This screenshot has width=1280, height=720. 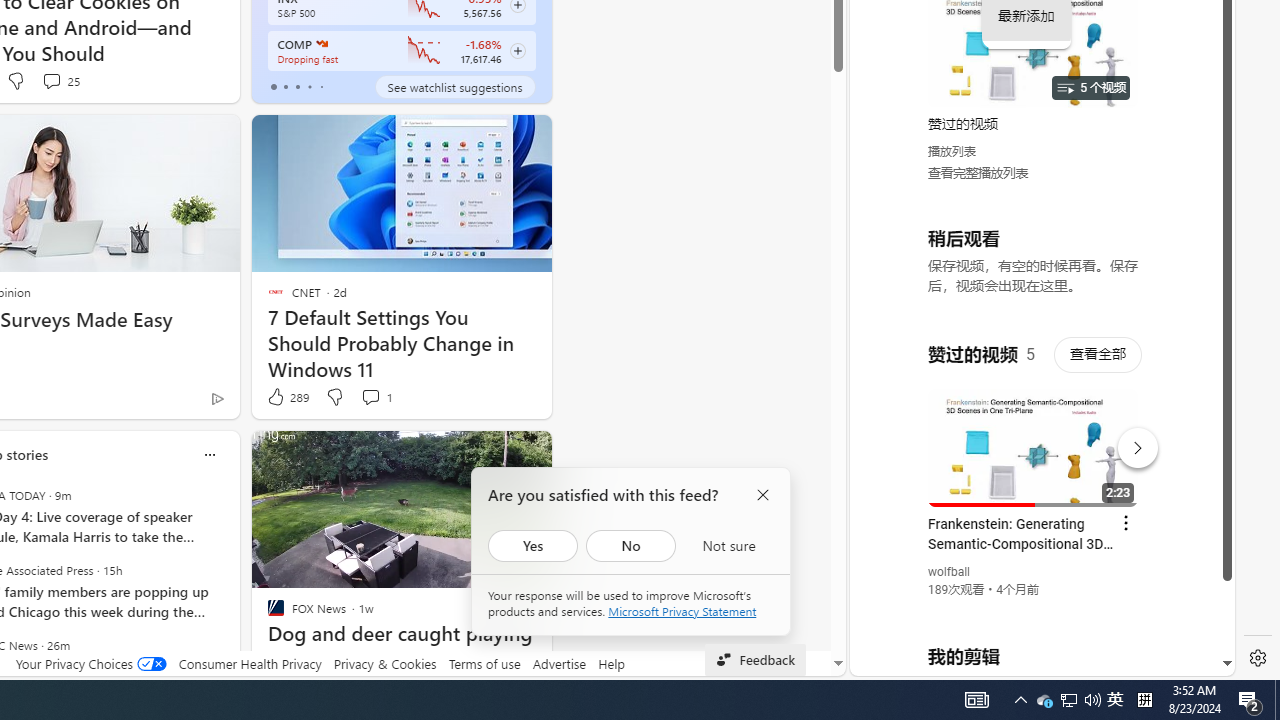 What do you see at coordinates (321, 43) in the screenshot?
I see `'NASDAQ'` at bounding box center [321, 43].